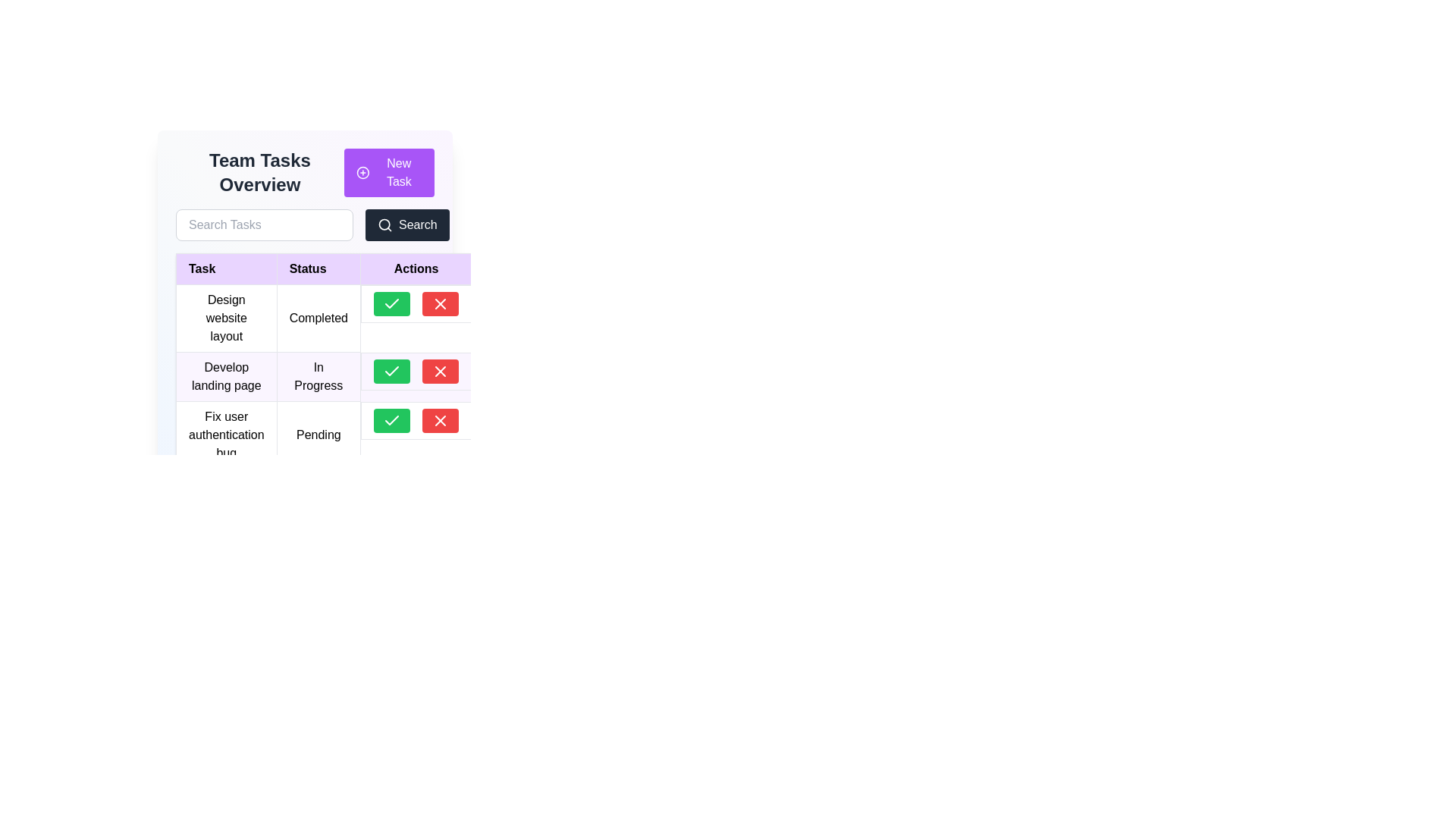  Describe the element at coordinates (439, 420) in the screenshot. I see `the red delete button with an 'X' icon, located in the 'Actions' column of the table row for the task 'Fix user authentication bug'` at that location.